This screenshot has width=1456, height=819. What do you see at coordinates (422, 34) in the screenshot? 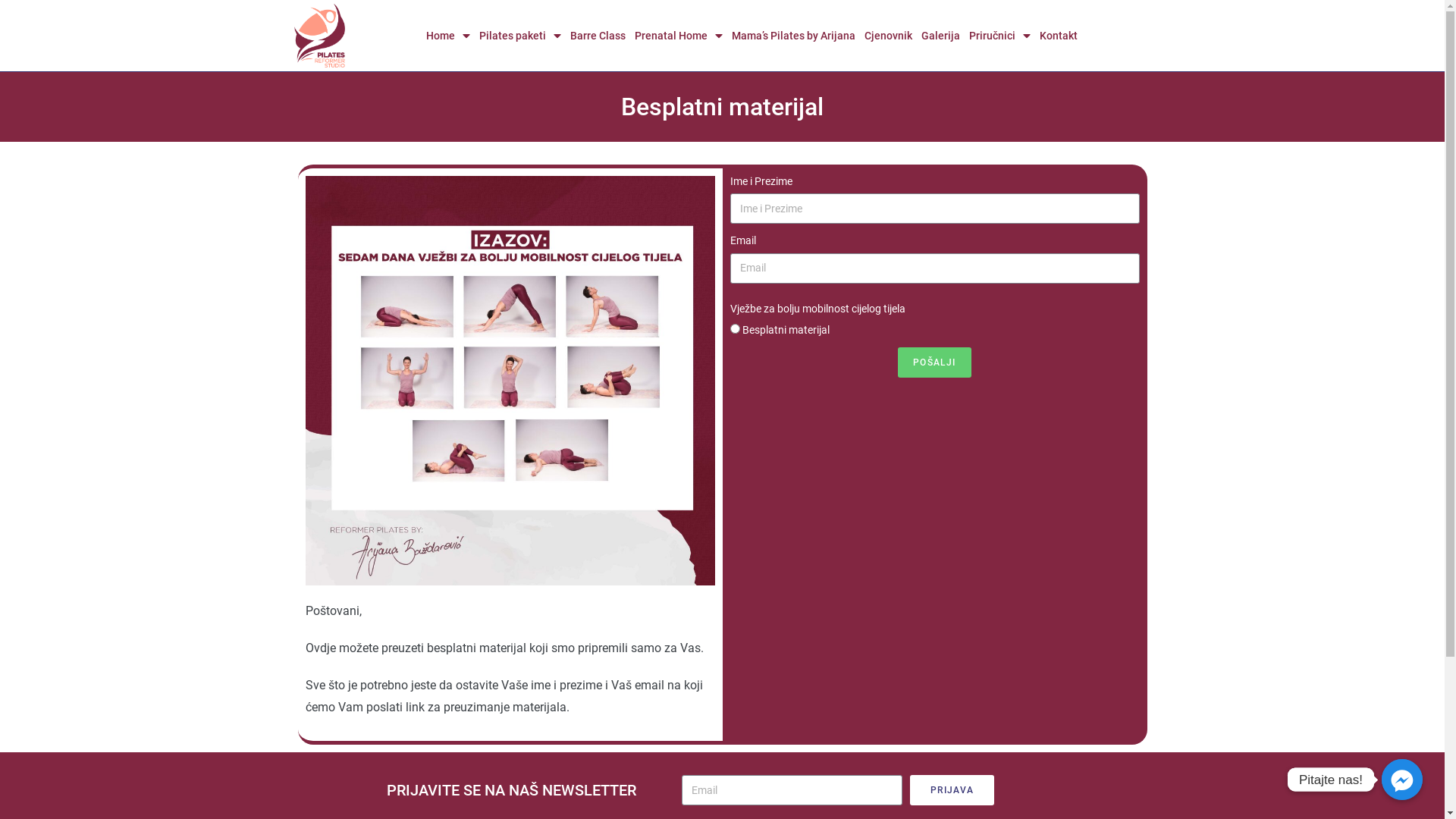
I see `'Home'` at bounding box center [422, 34].